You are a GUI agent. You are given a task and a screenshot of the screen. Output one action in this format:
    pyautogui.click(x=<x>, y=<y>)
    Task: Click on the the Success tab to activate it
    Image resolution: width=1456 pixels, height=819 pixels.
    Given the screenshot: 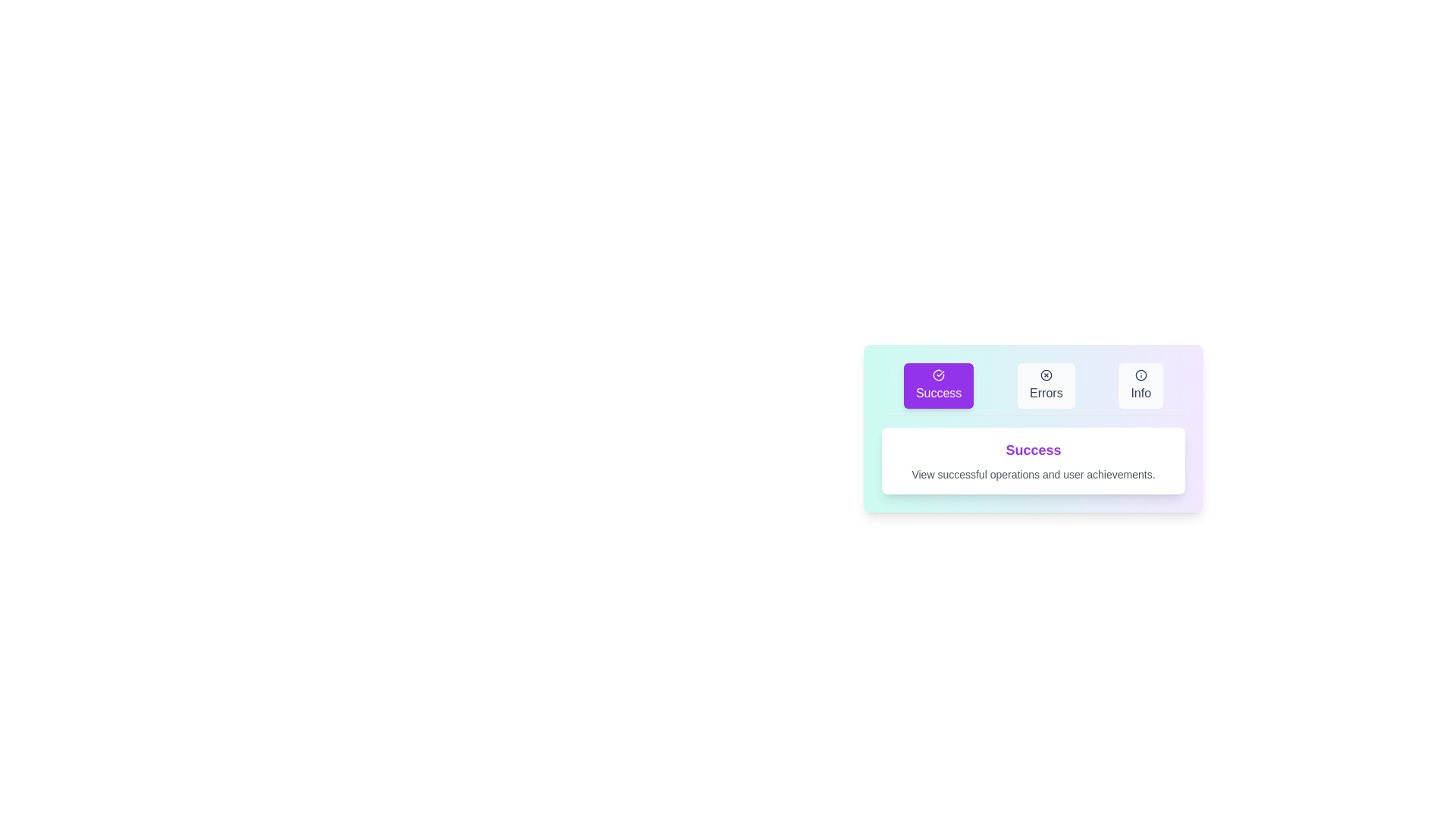 What is the action you would take?
    pyautogui.click(x=938, y=385)
    